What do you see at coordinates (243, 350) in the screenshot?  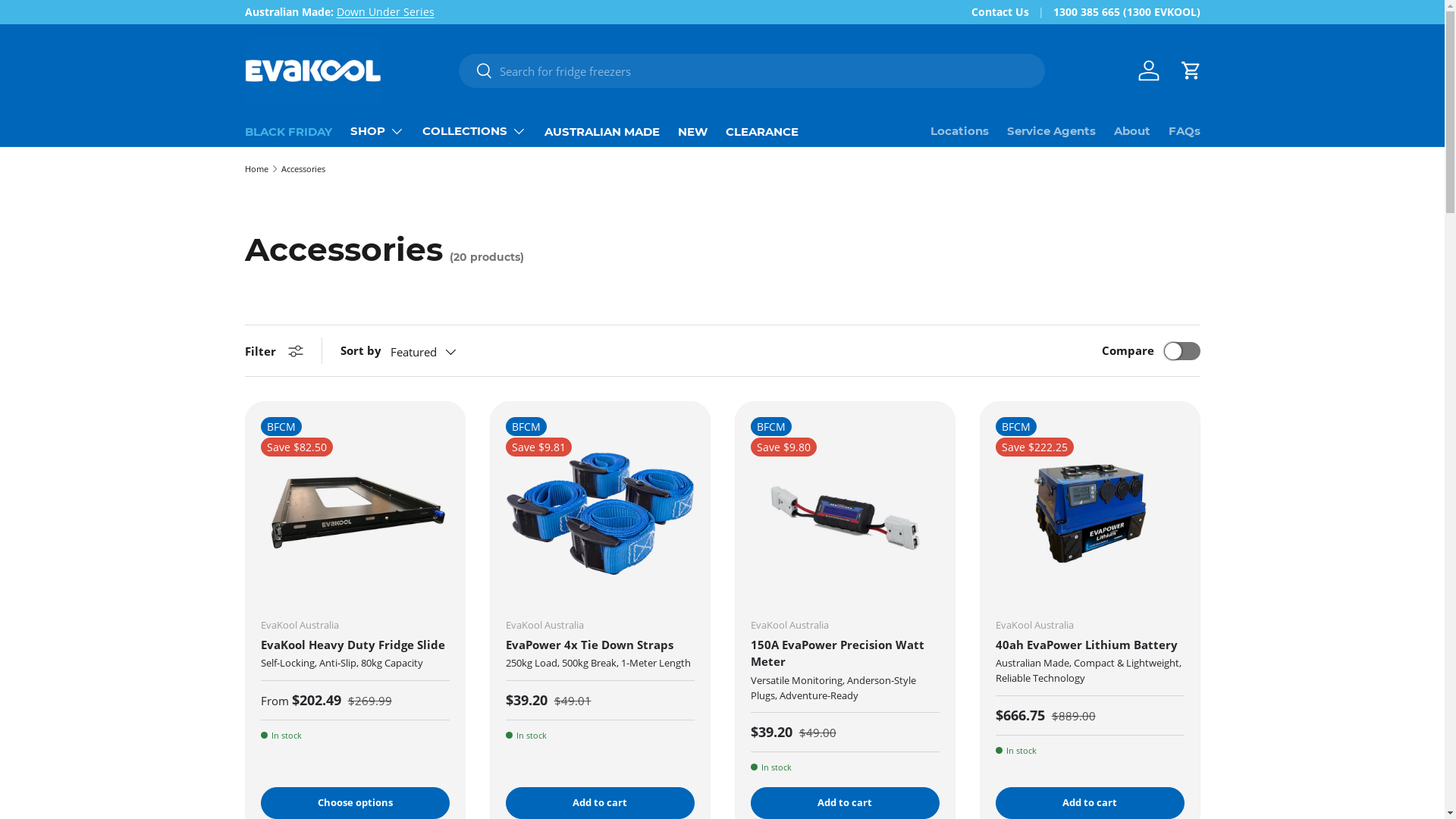 I see `'Filter'` at bounding box center [243, 350].